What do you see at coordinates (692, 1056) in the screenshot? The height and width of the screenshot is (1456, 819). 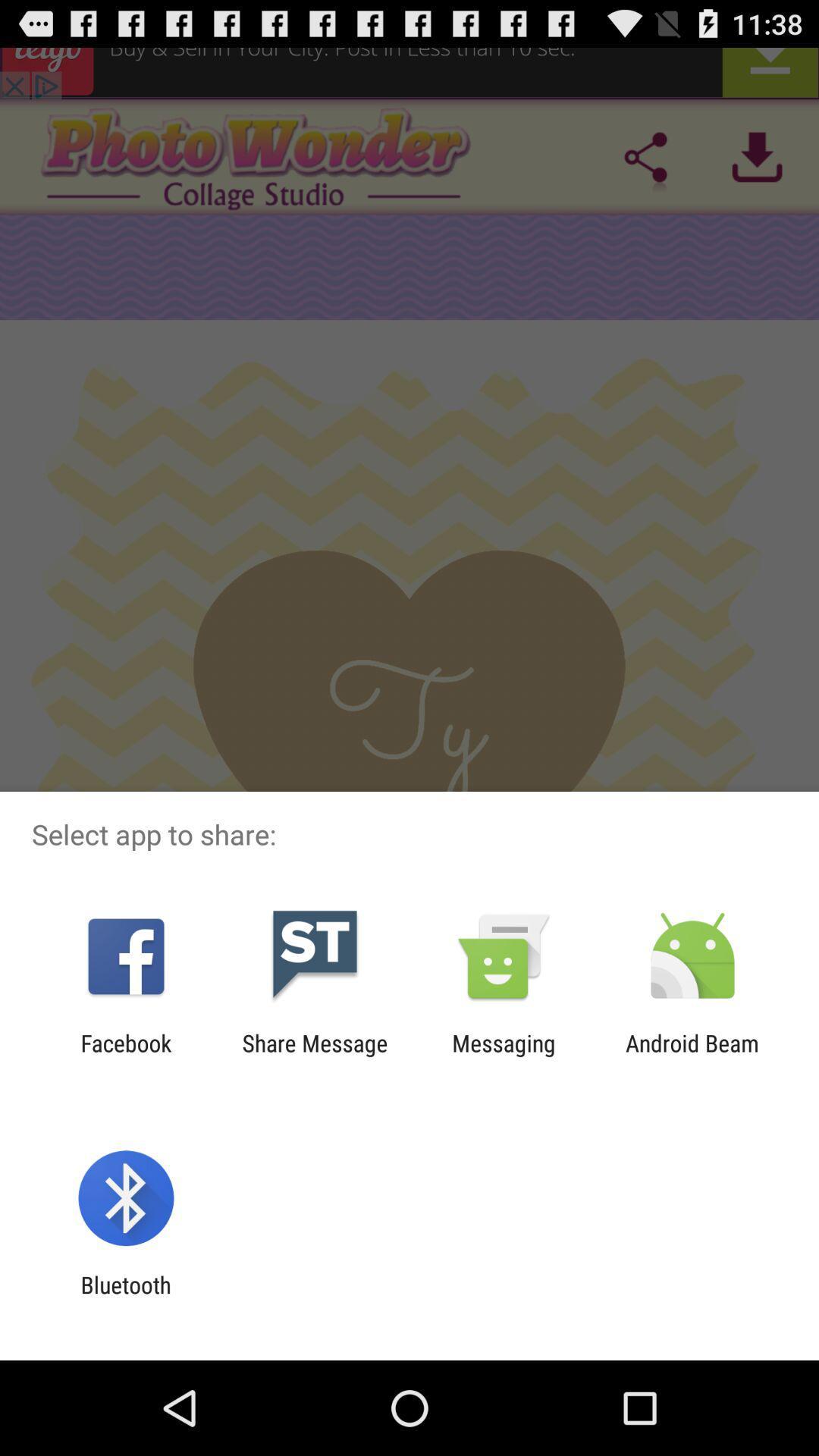 I see `item to the right of the messaging item` at bounding box center [692, 1056].